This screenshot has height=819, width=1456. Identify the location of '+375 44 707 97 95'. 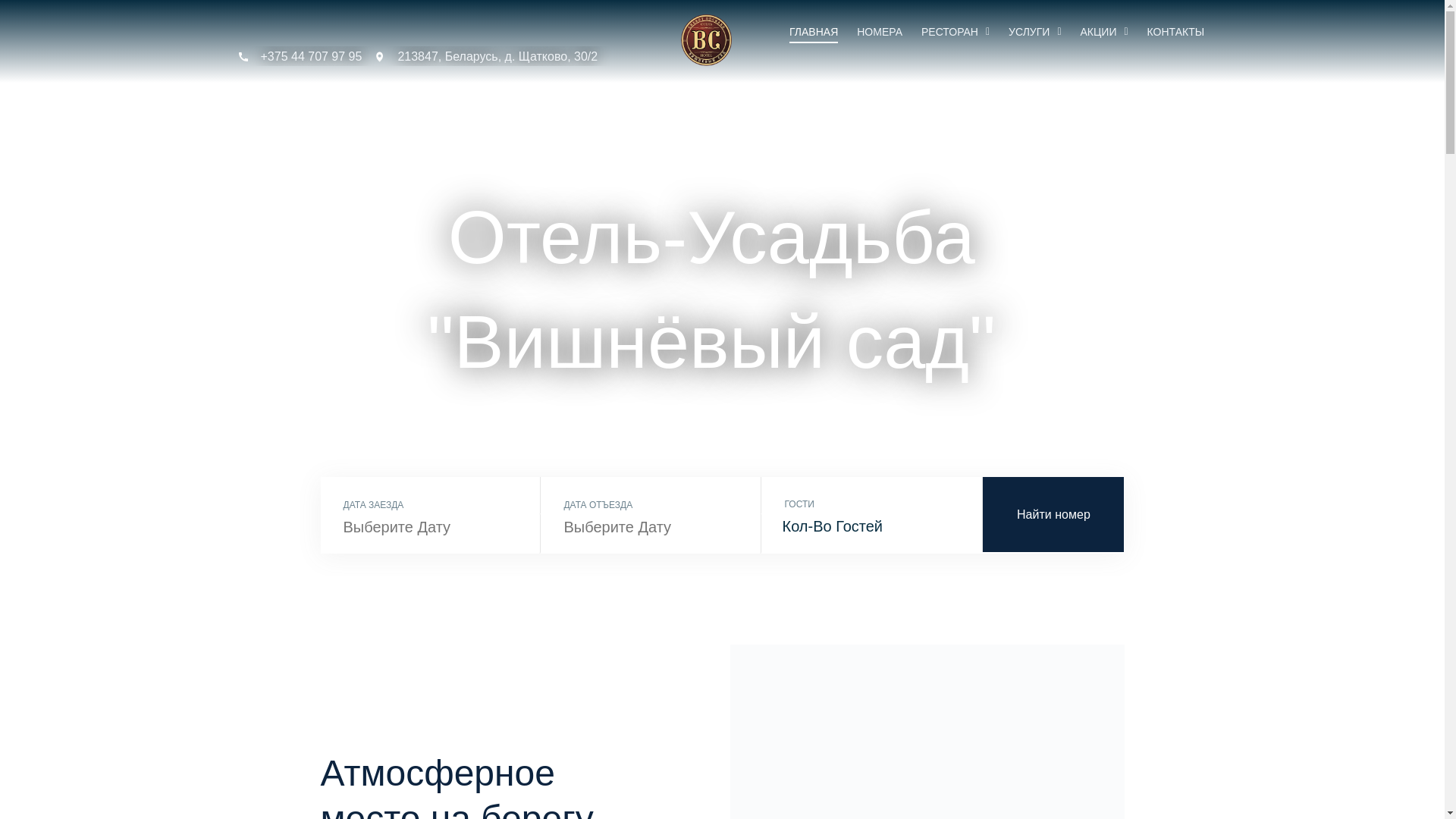
(299, 55).